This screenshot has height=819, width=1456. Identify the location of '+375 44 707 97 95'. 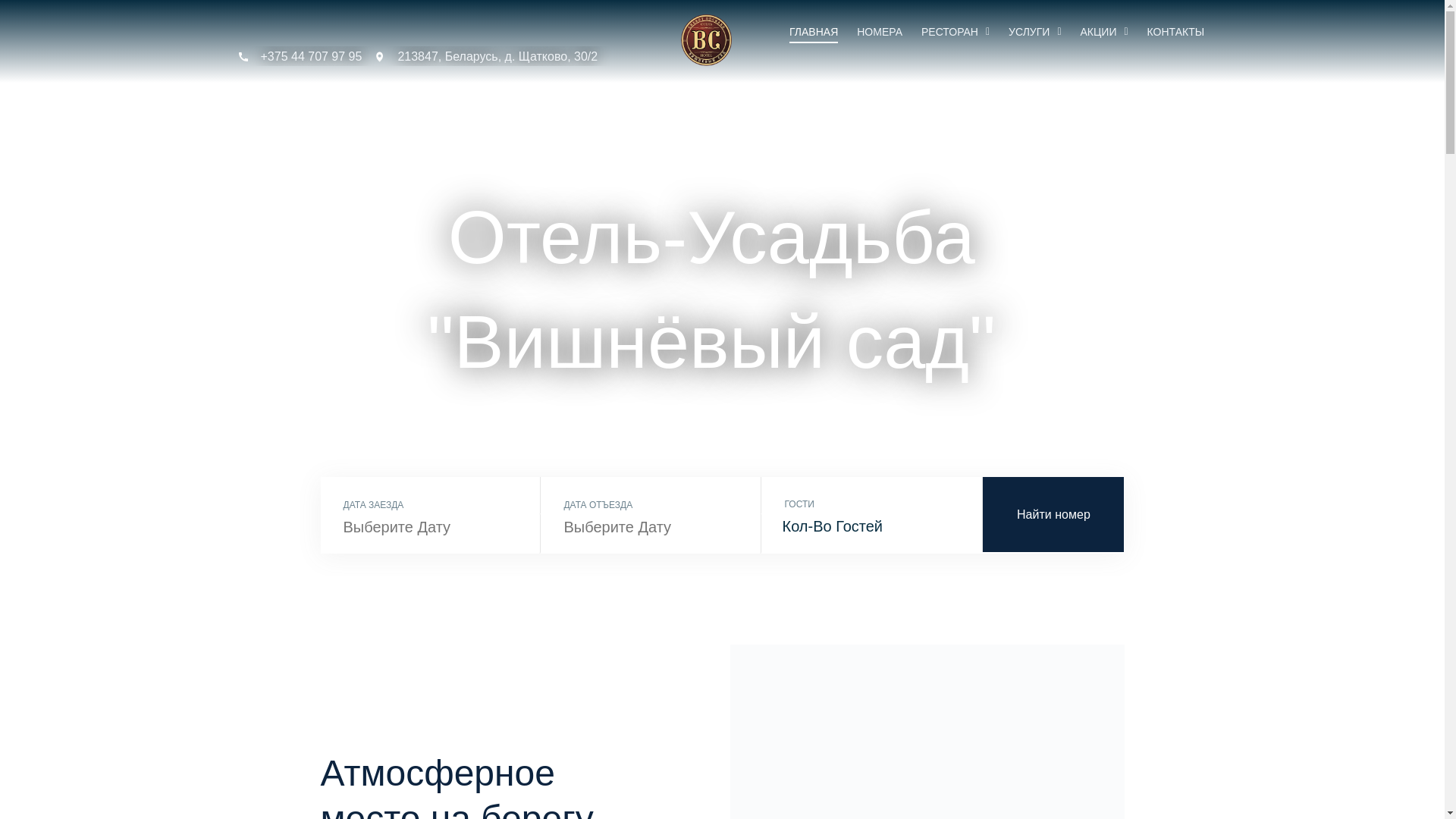
(299, 55).